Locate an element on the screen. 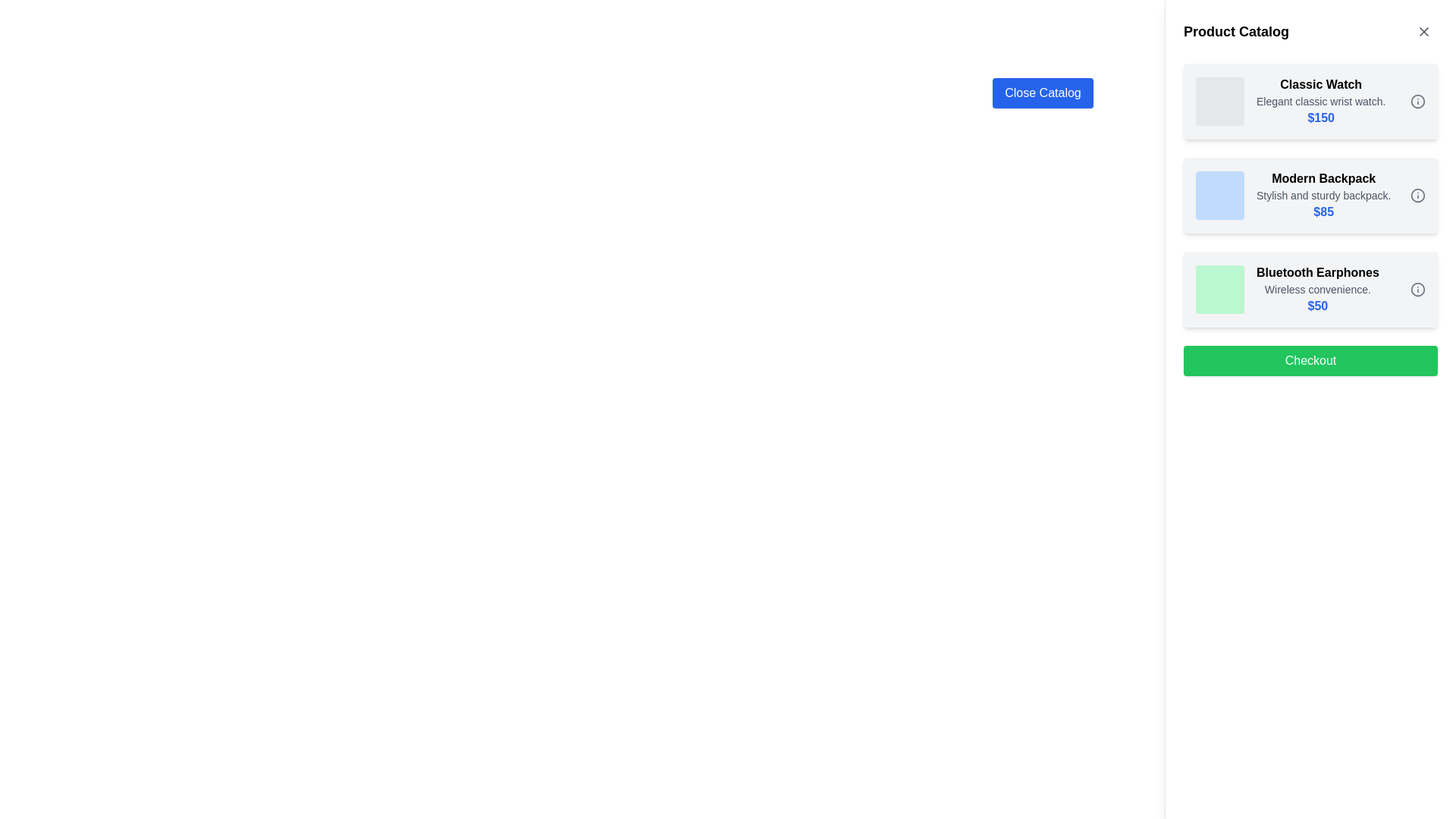  information provided by the text label displaying 'Wireless convenience.' located beneath the title 'Bluetooth Earphones' and above the price '$50' in the product card is located at coordinates (1316, 289).